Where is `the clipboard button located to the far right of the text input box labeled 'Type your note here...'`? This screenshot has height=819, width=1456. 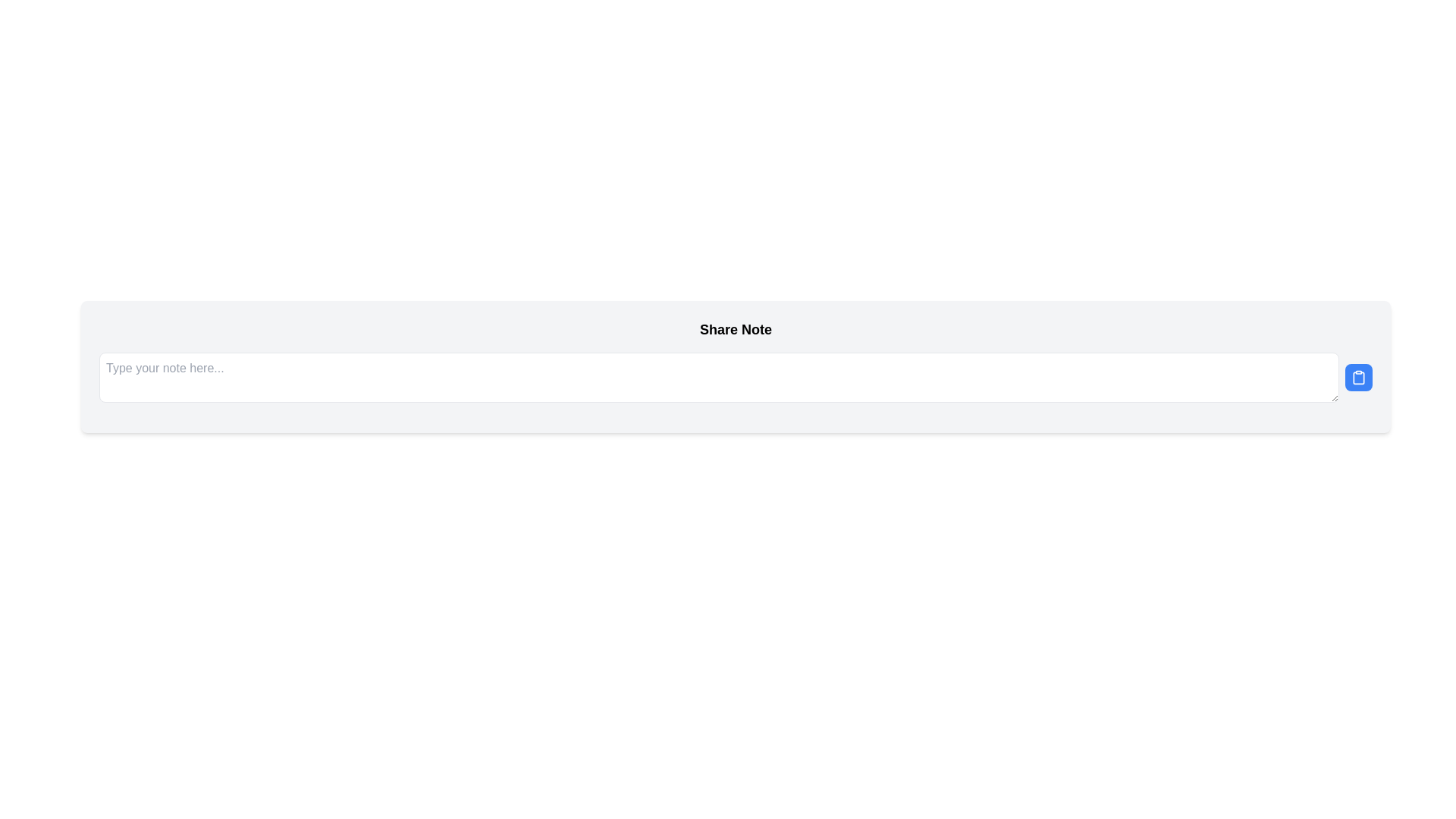 the clipboard button located to the far right of the text input box labeled 'Type your note here...' is located at coordinates (1358, 376).